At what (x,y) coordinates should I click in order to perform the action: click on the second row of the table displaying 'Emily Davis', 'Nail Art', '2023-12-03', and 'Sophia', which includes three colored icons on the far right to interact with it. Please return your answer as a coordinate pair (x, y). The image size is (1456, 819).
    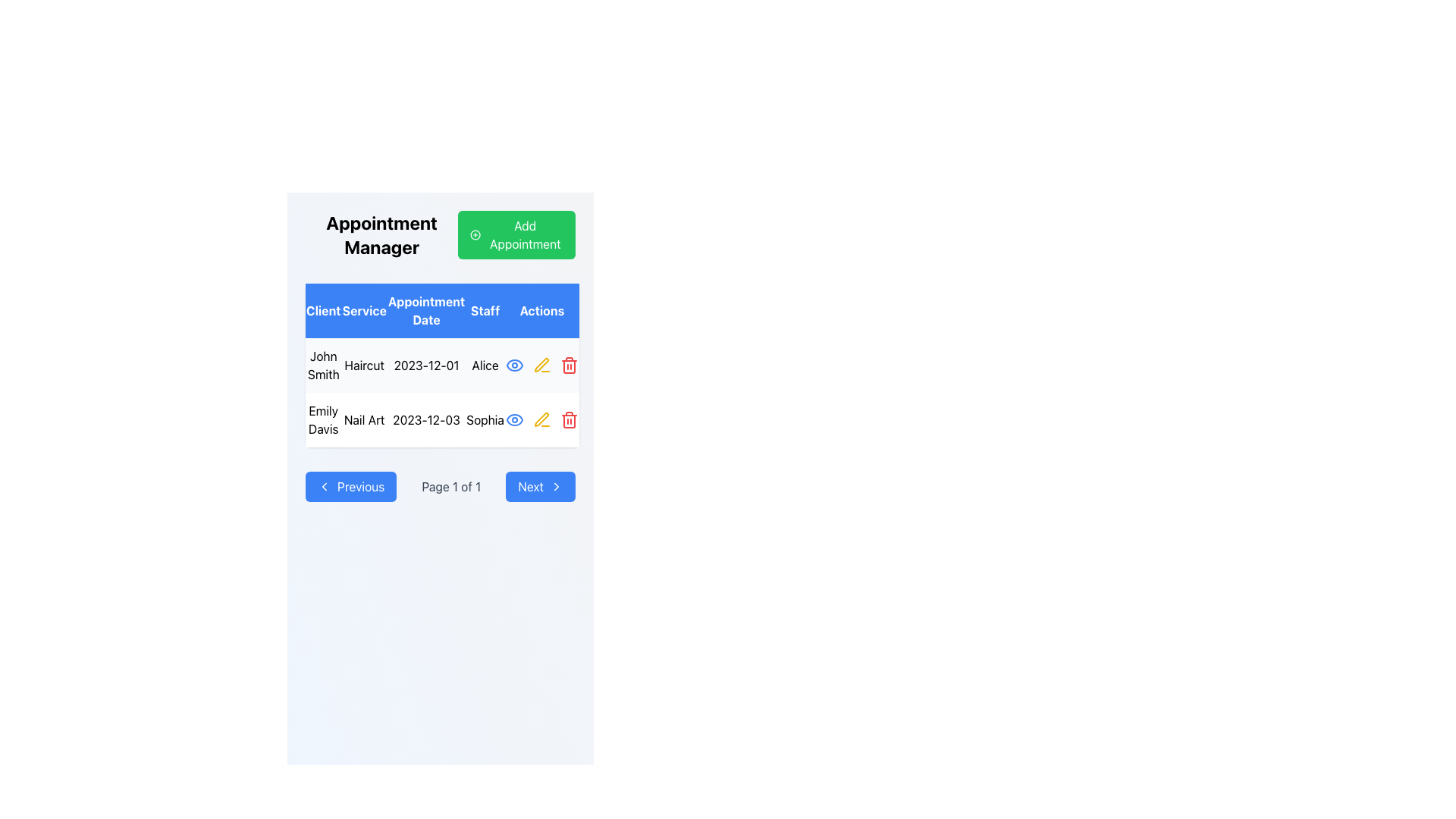
    Looking at the image, I should click on (441, 420).